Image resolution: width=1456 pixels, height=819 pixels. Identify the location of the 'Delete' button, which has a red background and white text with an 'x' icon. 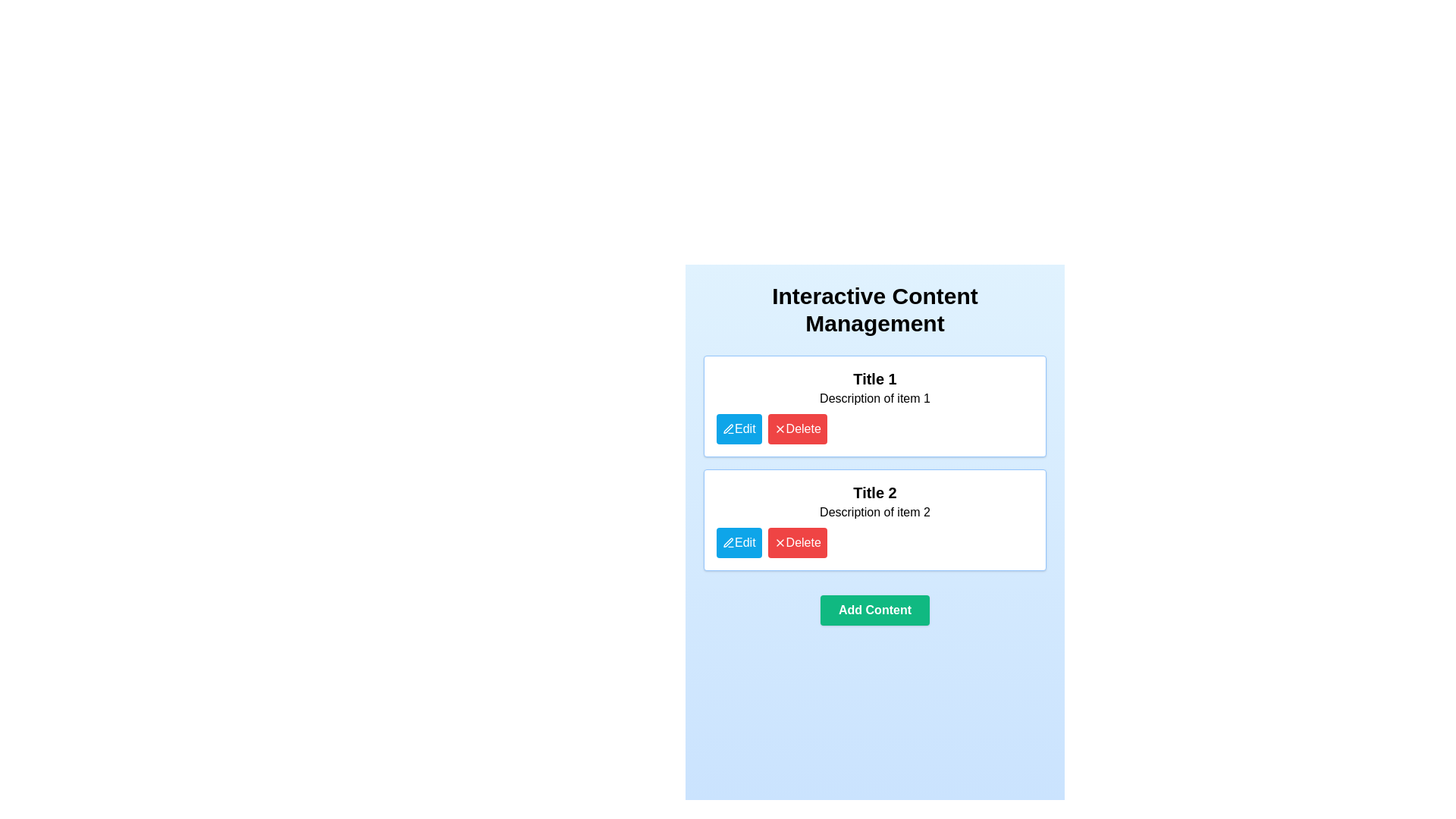
(796, 542).